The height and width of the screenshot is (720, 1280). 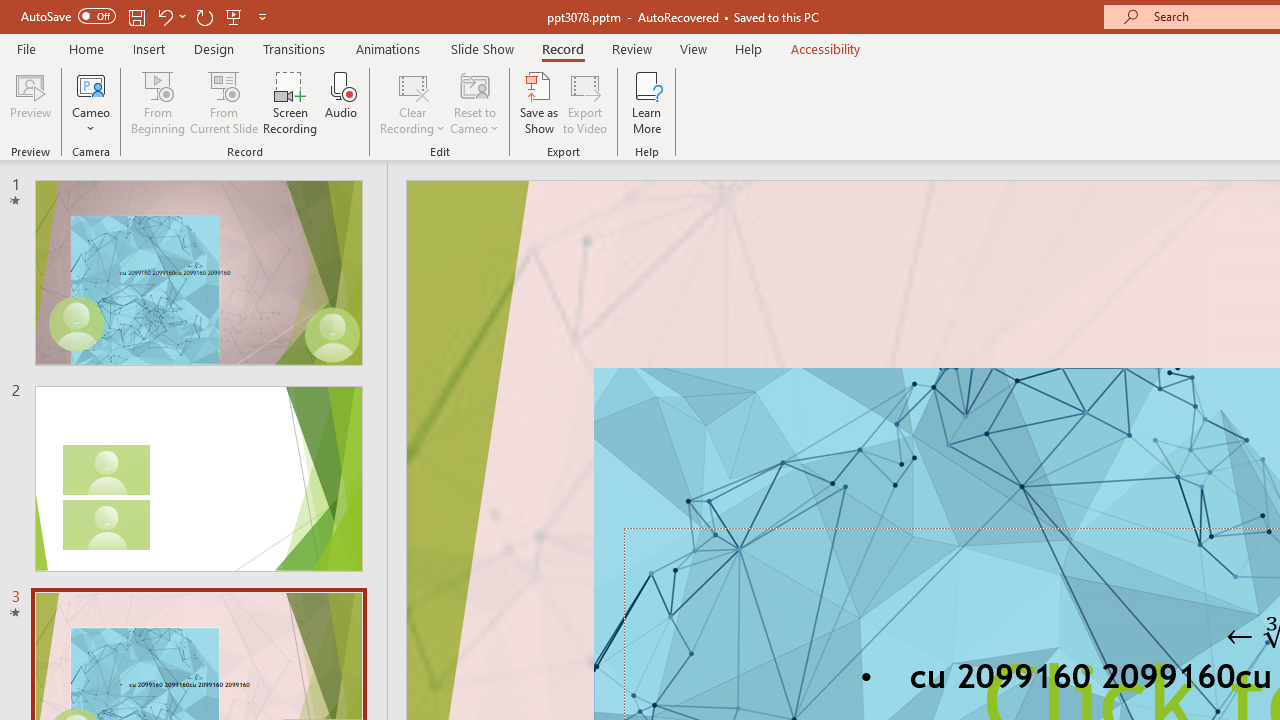 What do you see at coordinates (289, 103) in the screenshot?
I see `'Screen Recording'` at bounding box center [289, 103].